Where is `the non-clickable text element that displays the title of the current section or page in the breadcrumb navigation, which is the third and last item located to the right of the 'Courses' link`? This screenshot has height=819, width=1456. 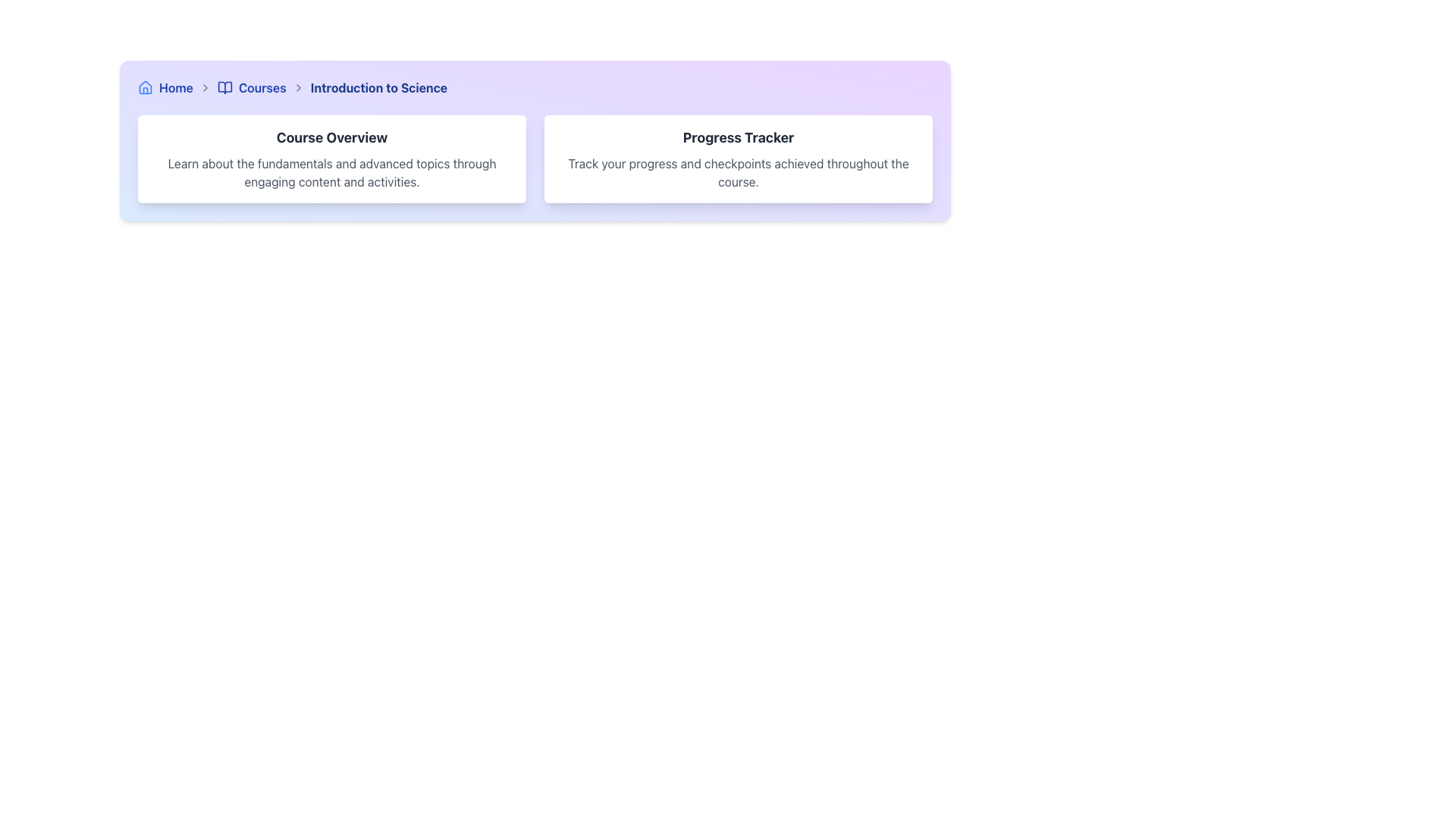
the non-clickable text element that displays the title of the current section or page in the breadcrumb navigation, which is the third and last item located to the right of the 'Courses' link is located at coordinates (378, 87).